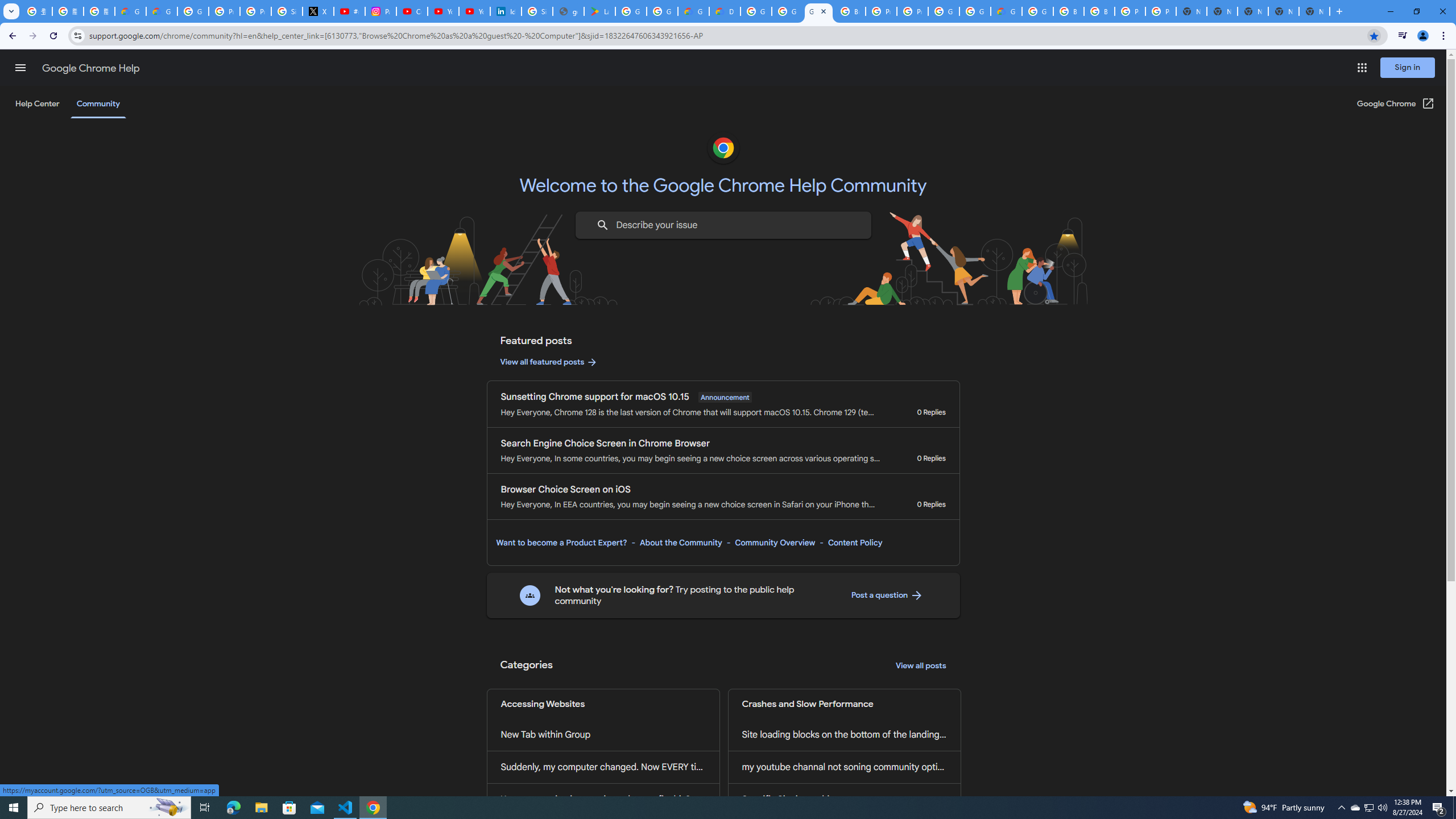 This screenshot has height=819, width=1456. Describe the element at coordinates (255, 11) in the screenshot. I see `'Privacy Help Center - Policies Help'` at that location.